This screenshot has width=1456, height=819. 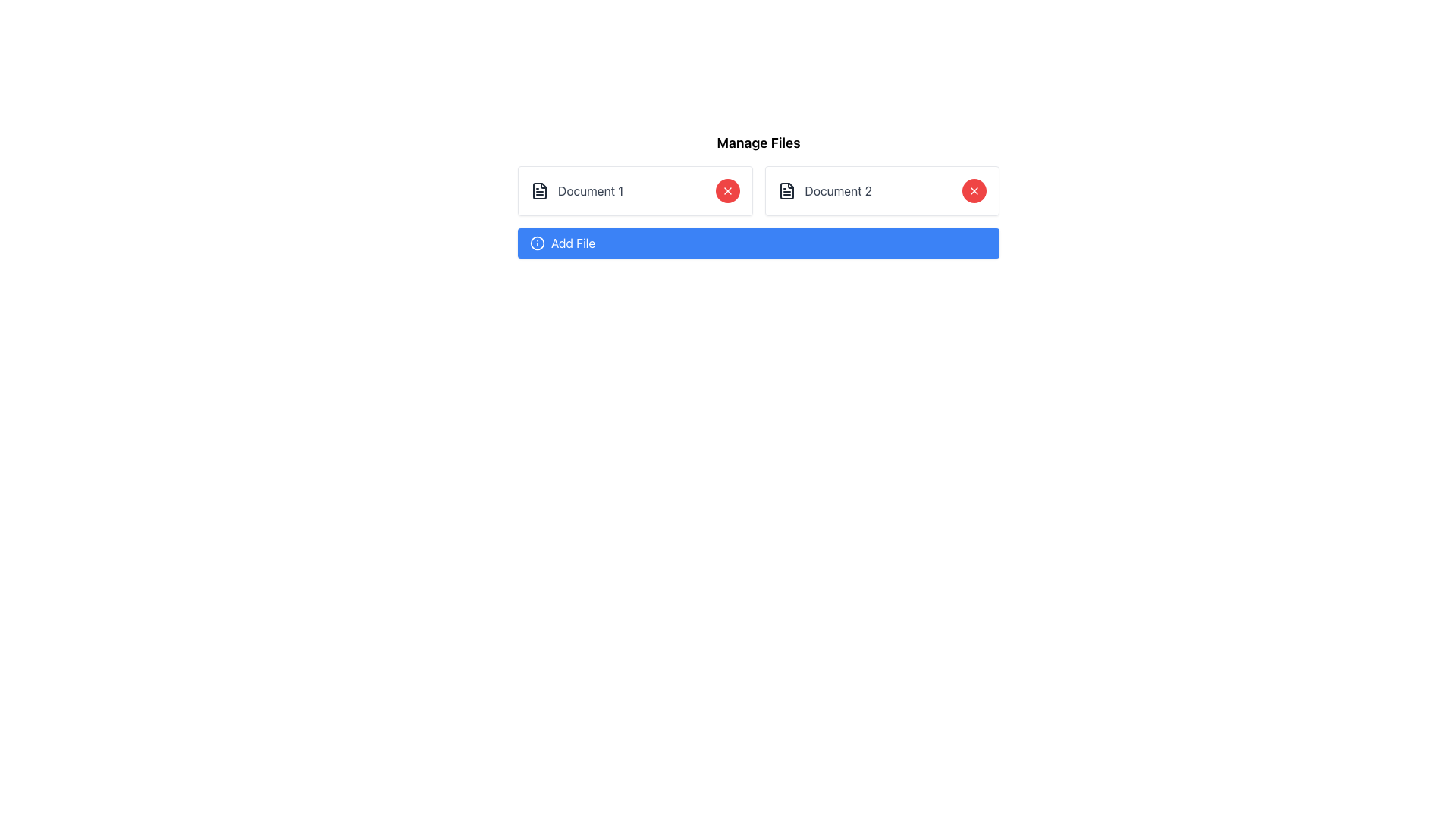 What do you see at coordinates (726, 190) in the screenshot?
I see `the 'X' icon in the red circular button located at the end of the panel labeled 'Document 2'` at bounding box center [726, 190].